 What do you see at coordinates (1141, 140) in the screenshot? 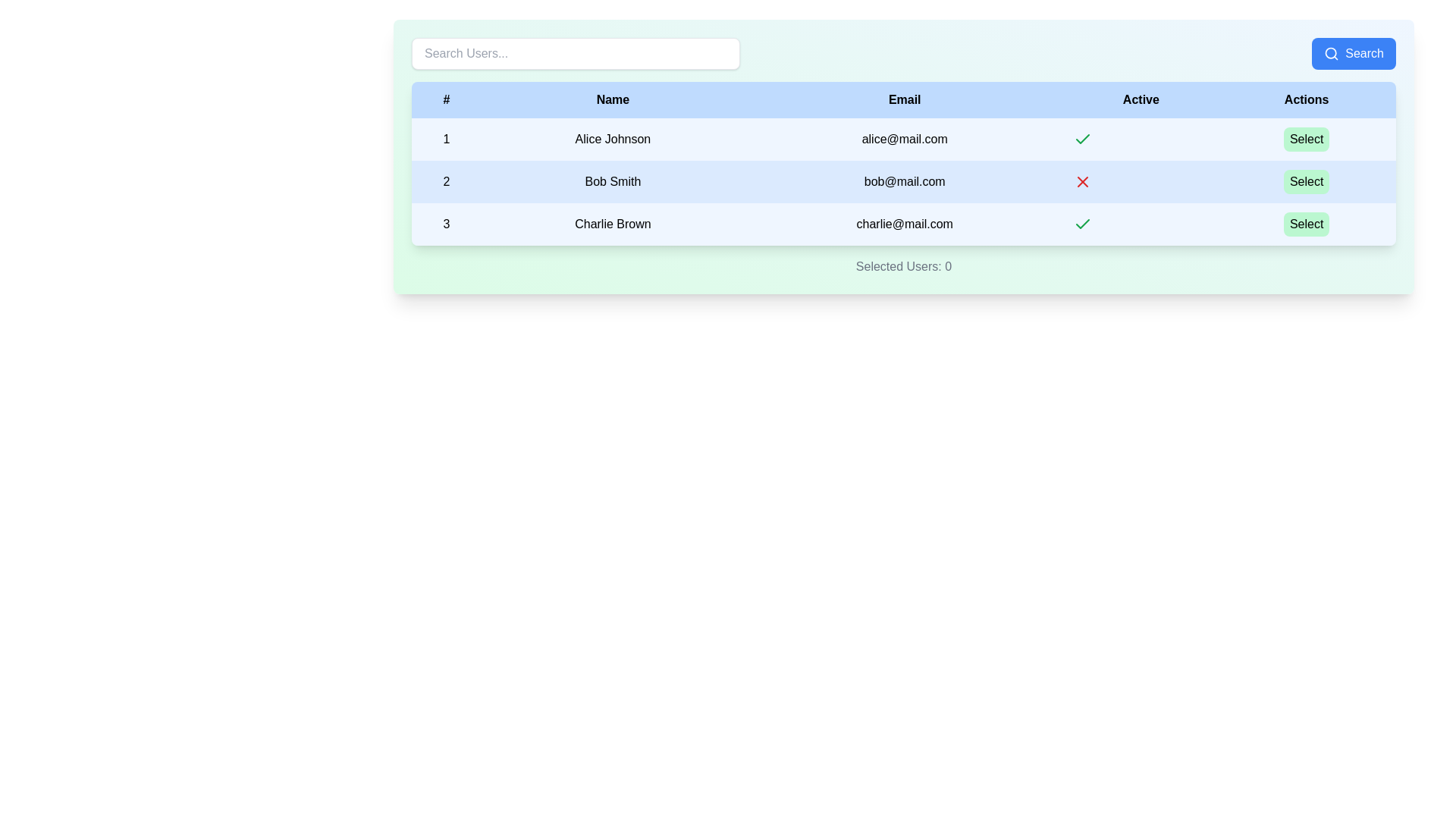
I see `the active status icon for user Alice Johnson, which is a green checkmark located in the 'Active' column of the user table` at bounding box center [1141, 140].